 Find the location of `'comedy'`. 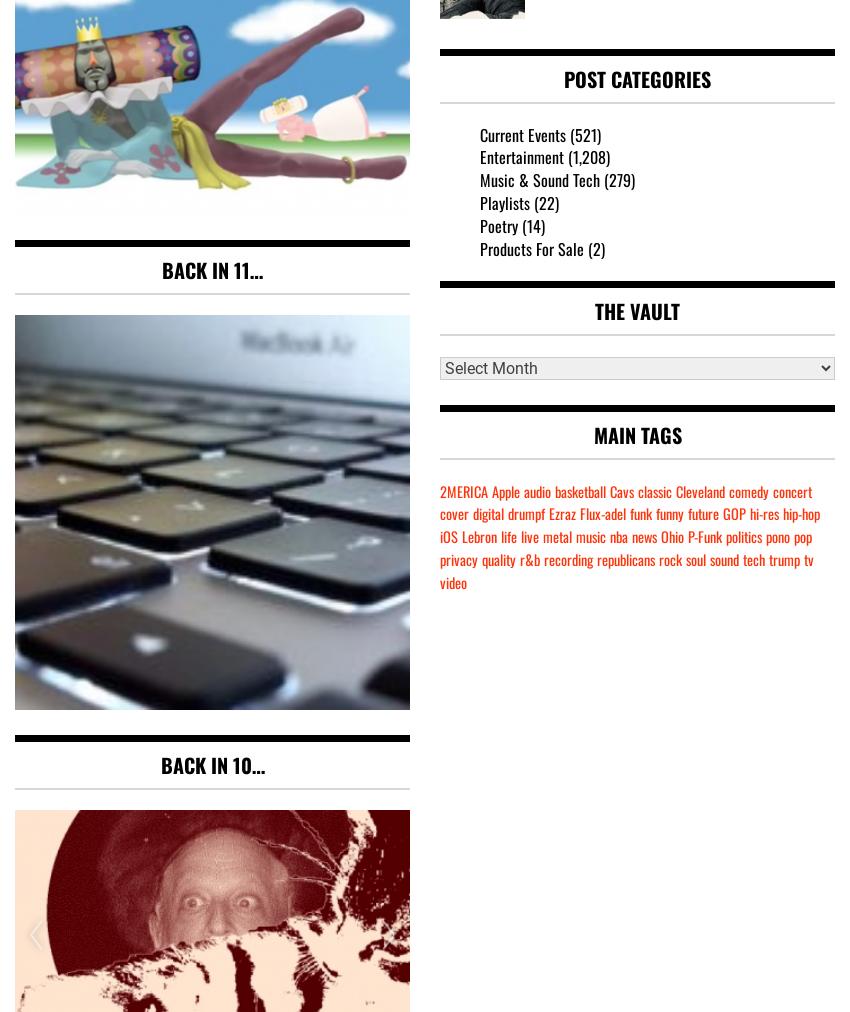

'comedy' is located at coordinates (749, 490).